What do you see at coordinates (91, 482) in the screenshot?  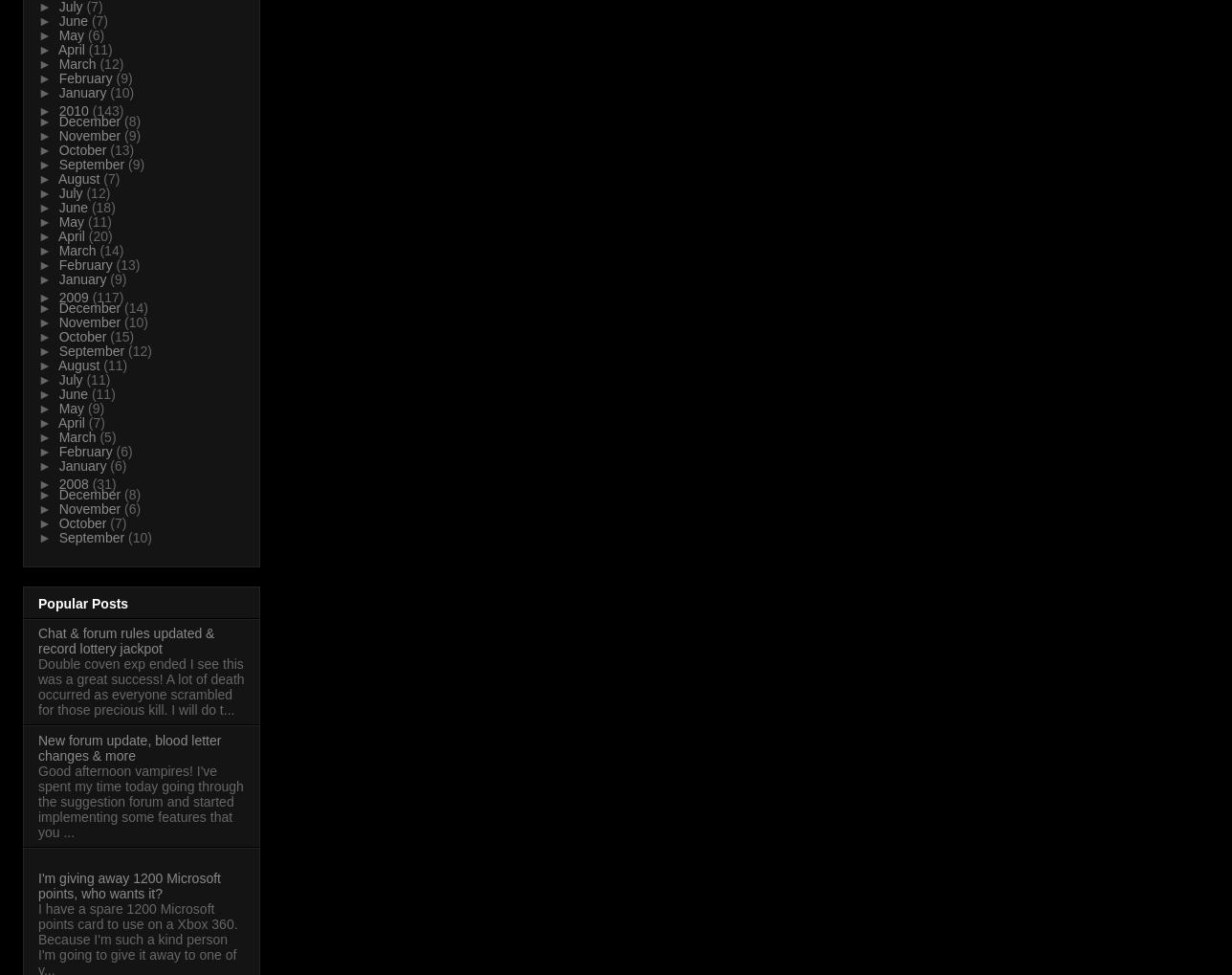 I see `'(31)'` at bounding box center [91, 482].